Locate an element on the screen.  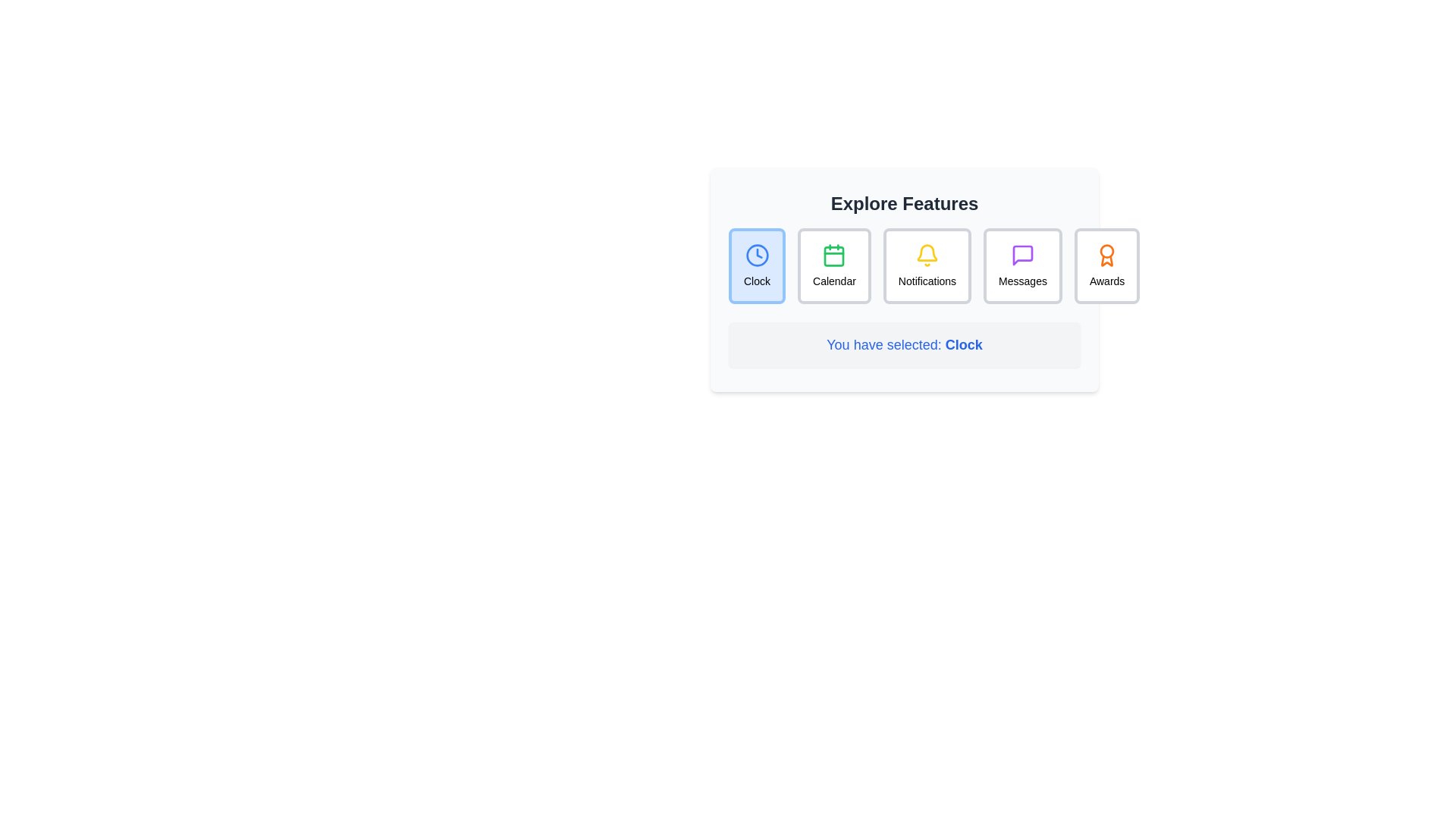
the decorative central area of the calendar icon located within the 'Calendar' button, which is the third icon in the row near the top of the central informational section is located at coordinates (833, 256).